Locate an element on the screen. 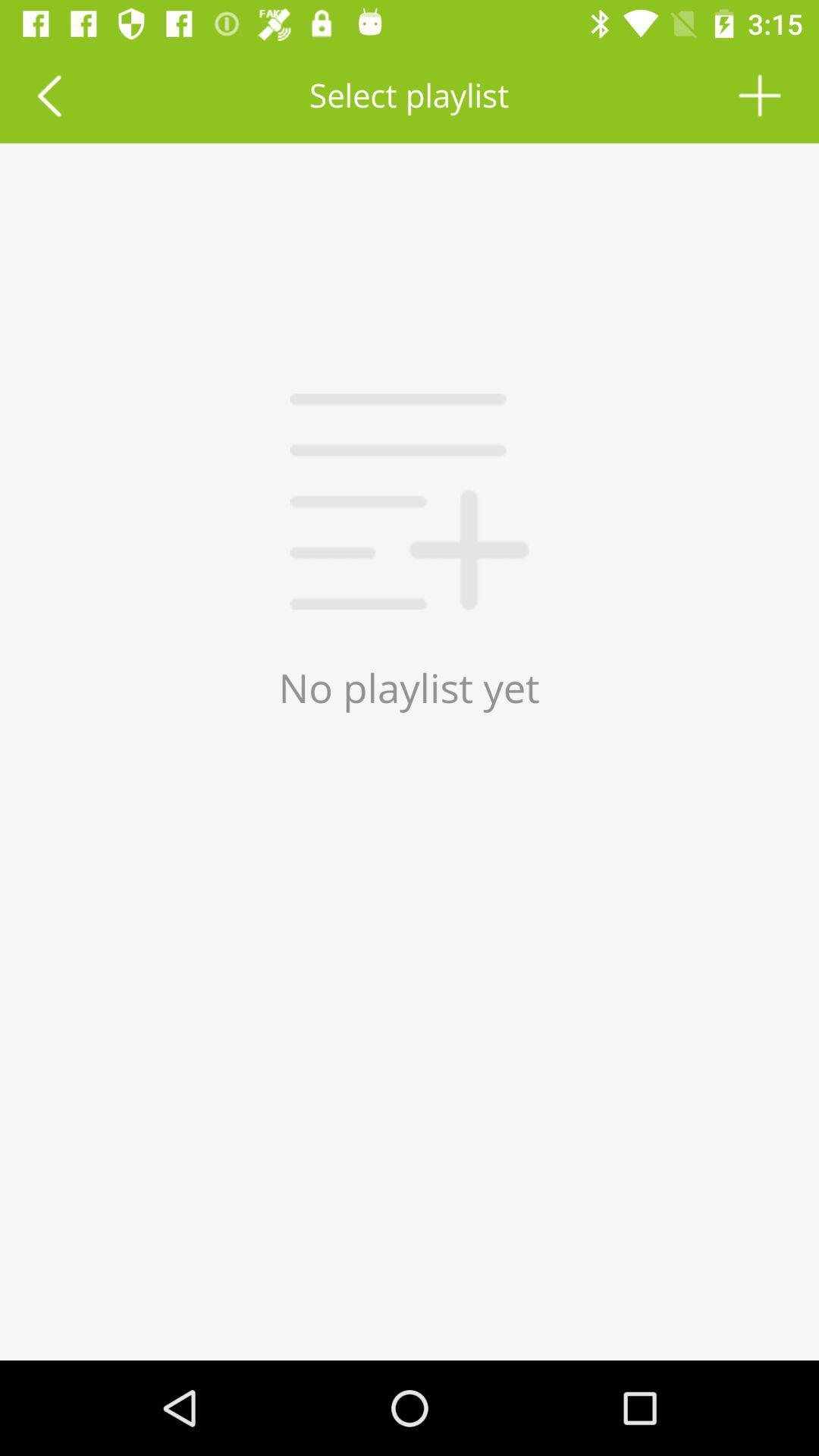 The height and width of the screenshot is (1456, 819). the icon to the left of the select playlist icon is located at coordinates (48, 94).